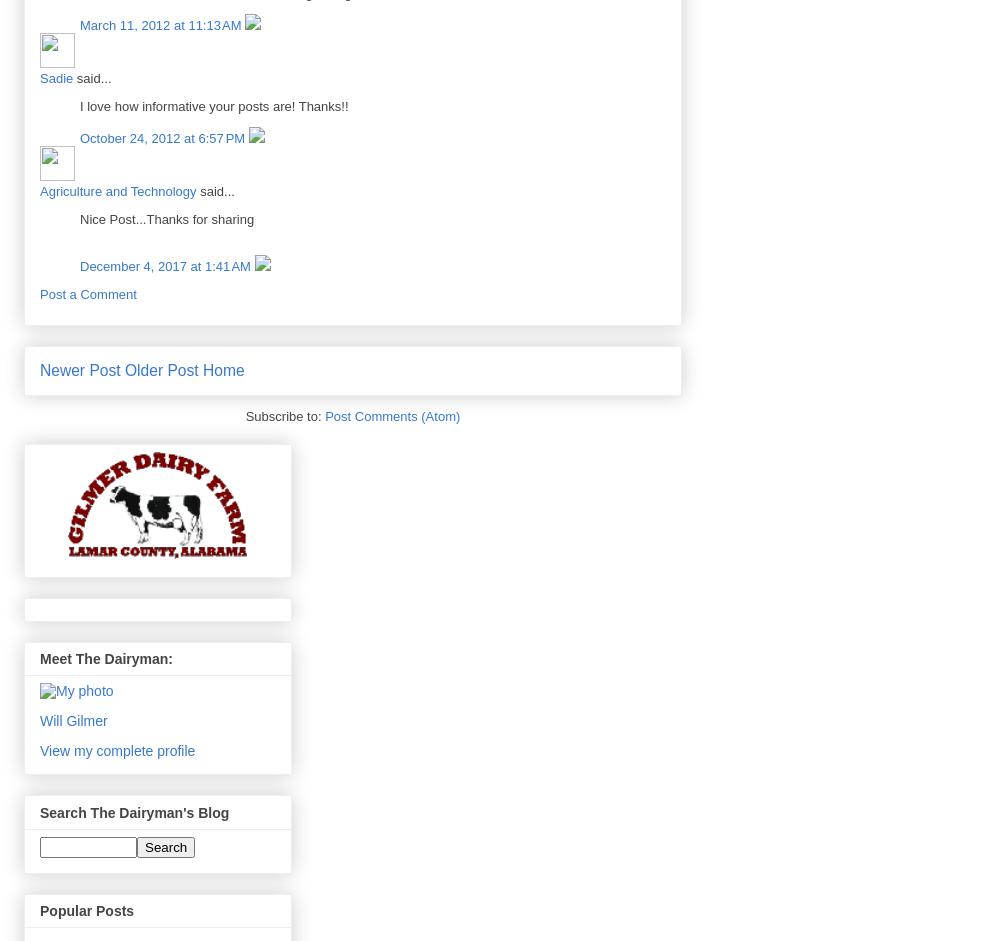 The image size is (998, 941). Describe the element at coordinates (213, 106) in the screenshot. I see `'I love how informative your posts are! Thanks!!'` at that location.